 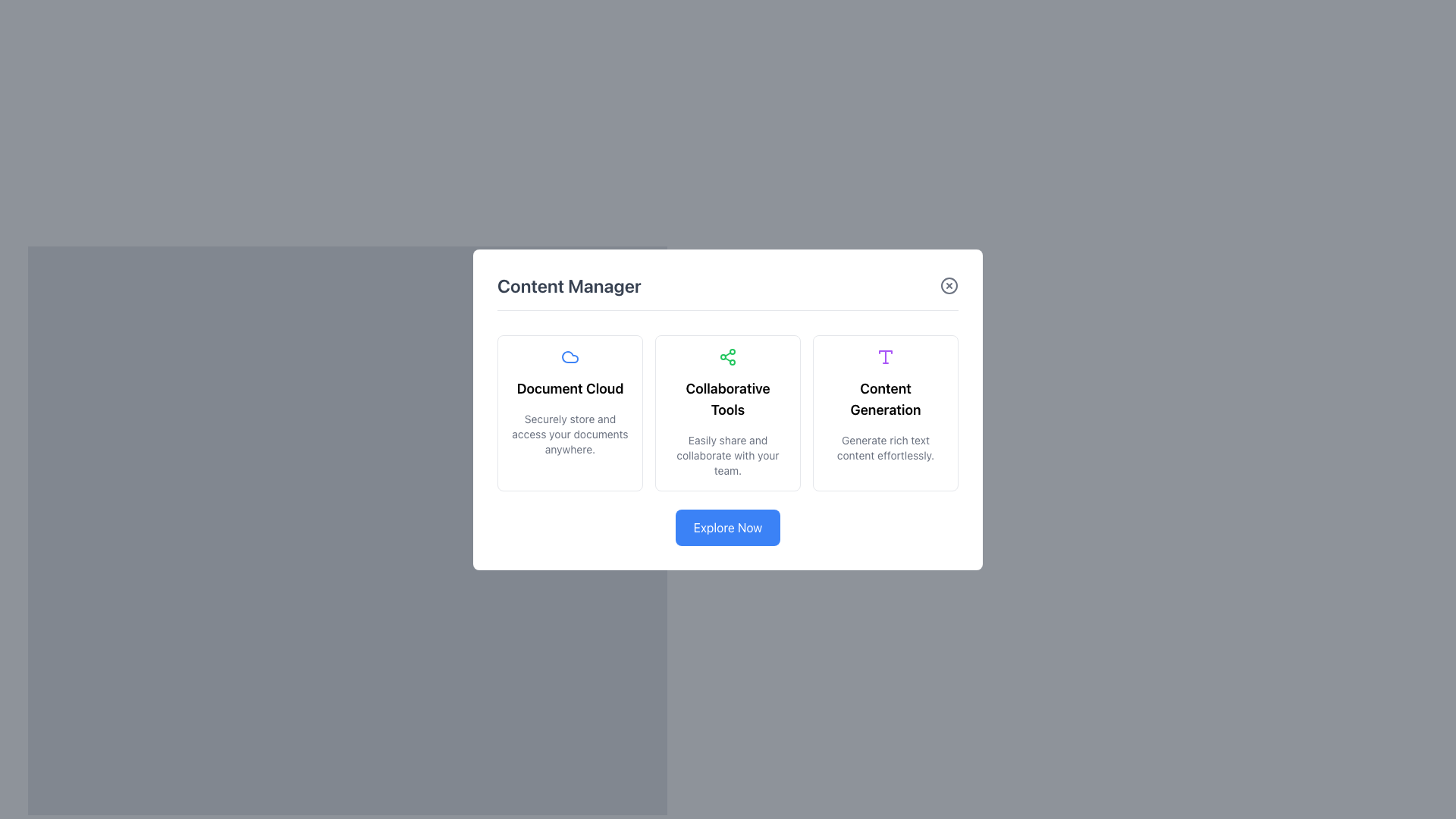 I want to click on descriptive text located at the bottom-center of the 'Content Generation' section, directly beneath the 'Content Generation' title heading, so click(x=885, y=447).